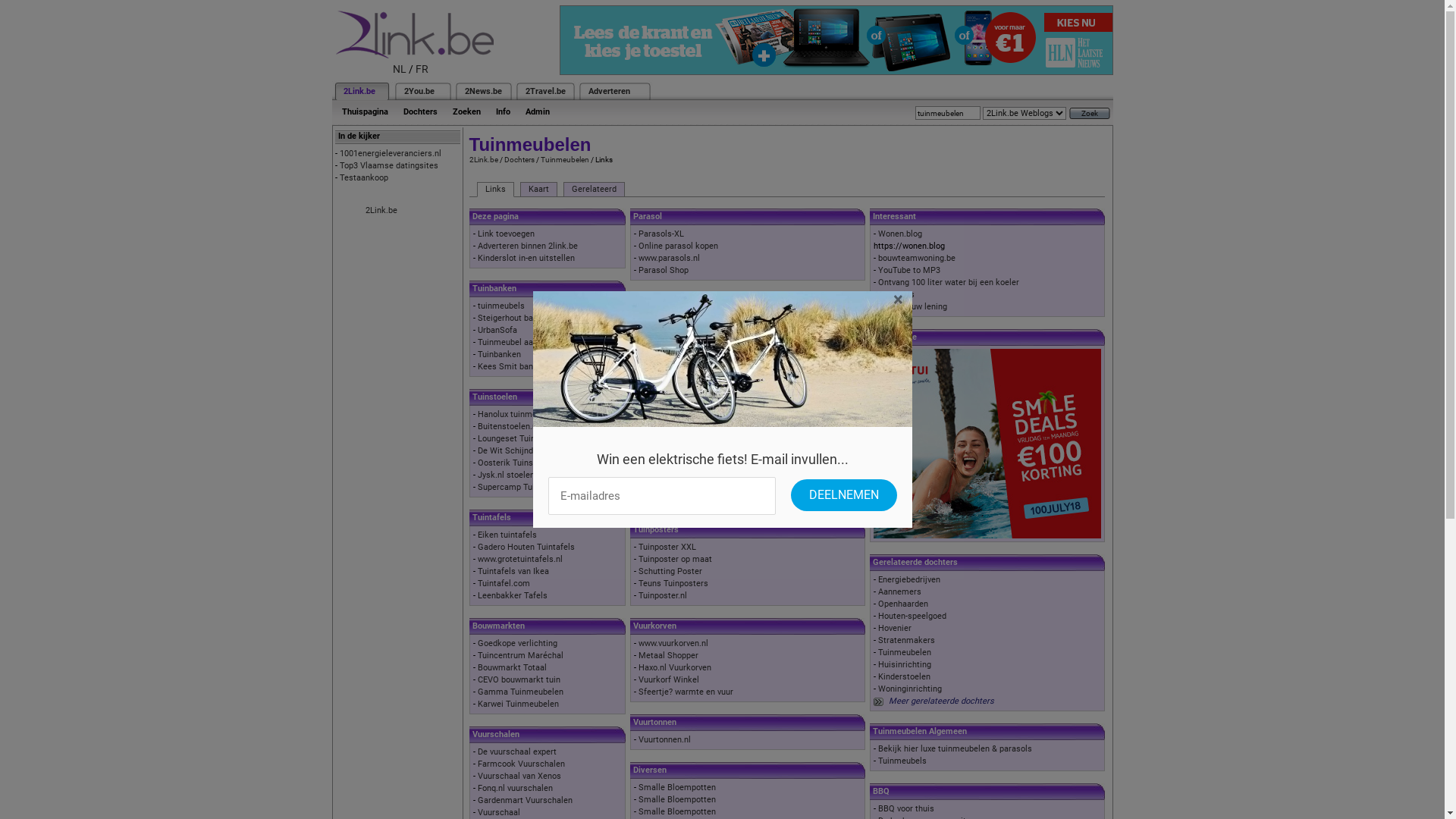  What do you see at coordinates (519, 776) in the screenshot?
I see `'Vuurschaal van Xenos'` at bounding box center [519, 776].